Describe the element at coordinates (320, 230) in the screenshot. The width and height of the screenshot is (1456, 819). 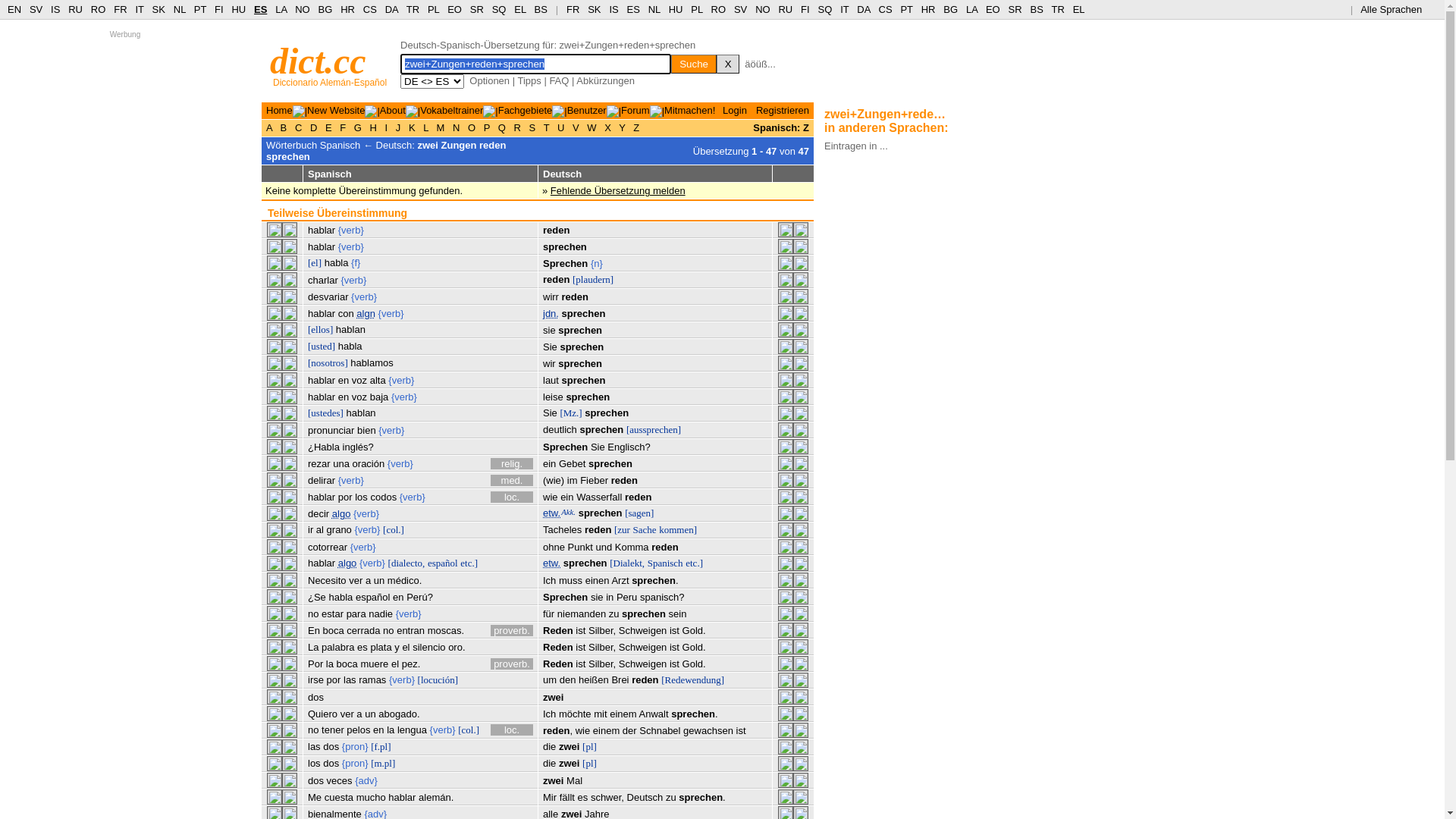
I see `'hablar'` at that location.